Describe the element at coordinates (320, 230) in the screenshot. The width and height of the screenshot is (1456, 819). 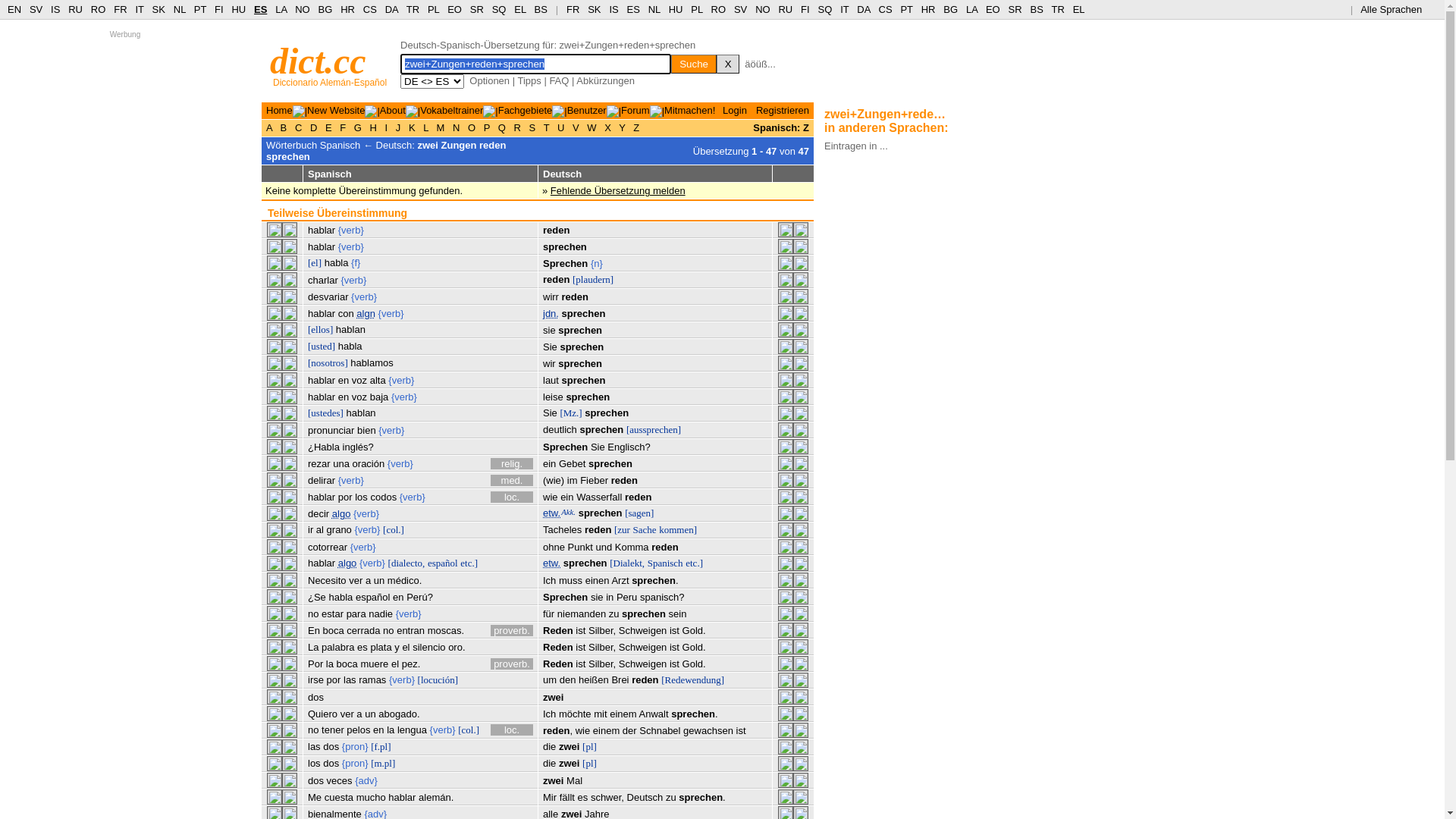
I see `'hablar'` at that location.